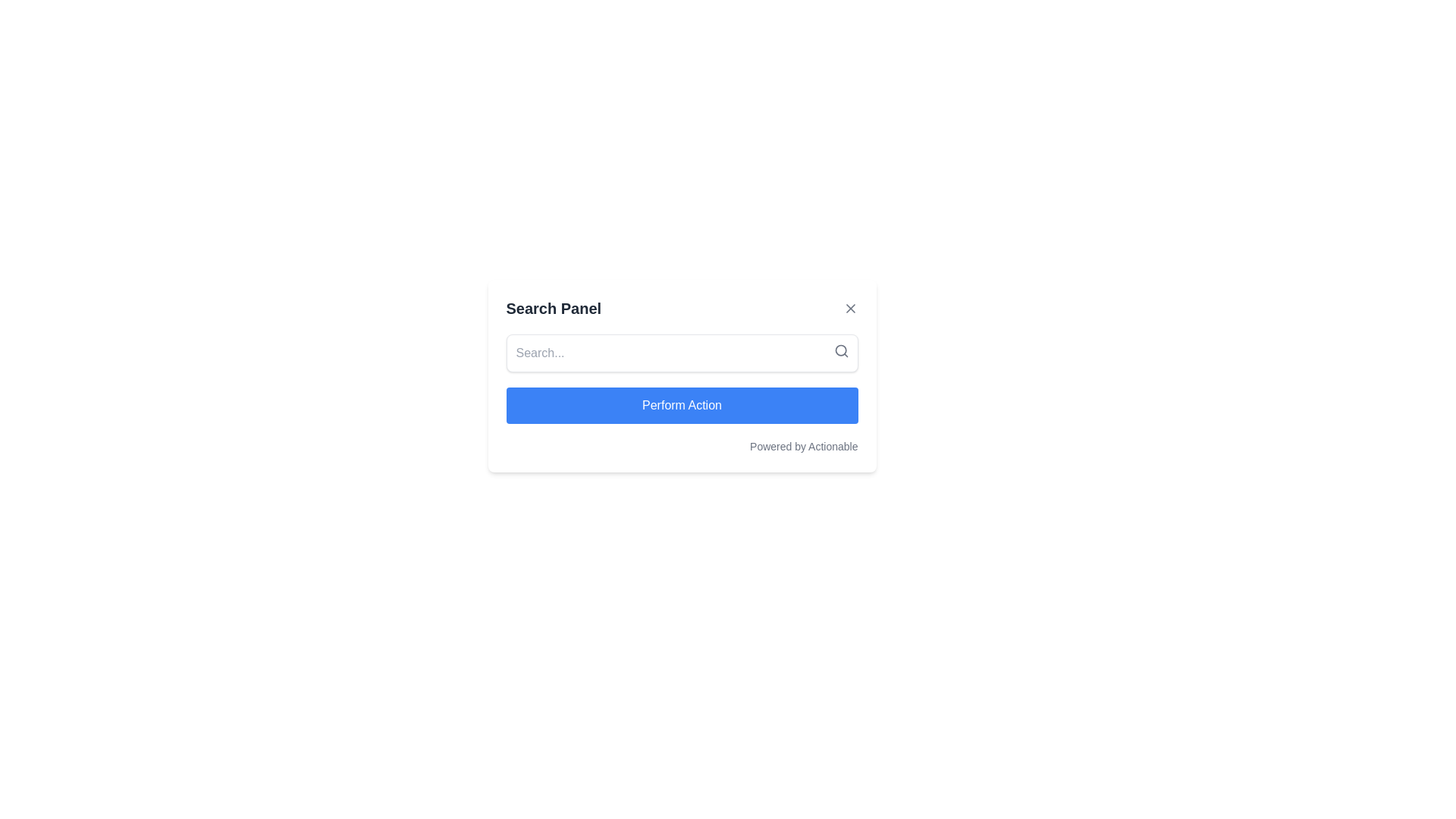 This screenshot has height=819, width=1456. What do you see at coordinates (850, 308) in the screenshot?
I see `the 'X' mark button icon in the top-right corner of the 'Search Panel'` at bounding box center [850, 308].